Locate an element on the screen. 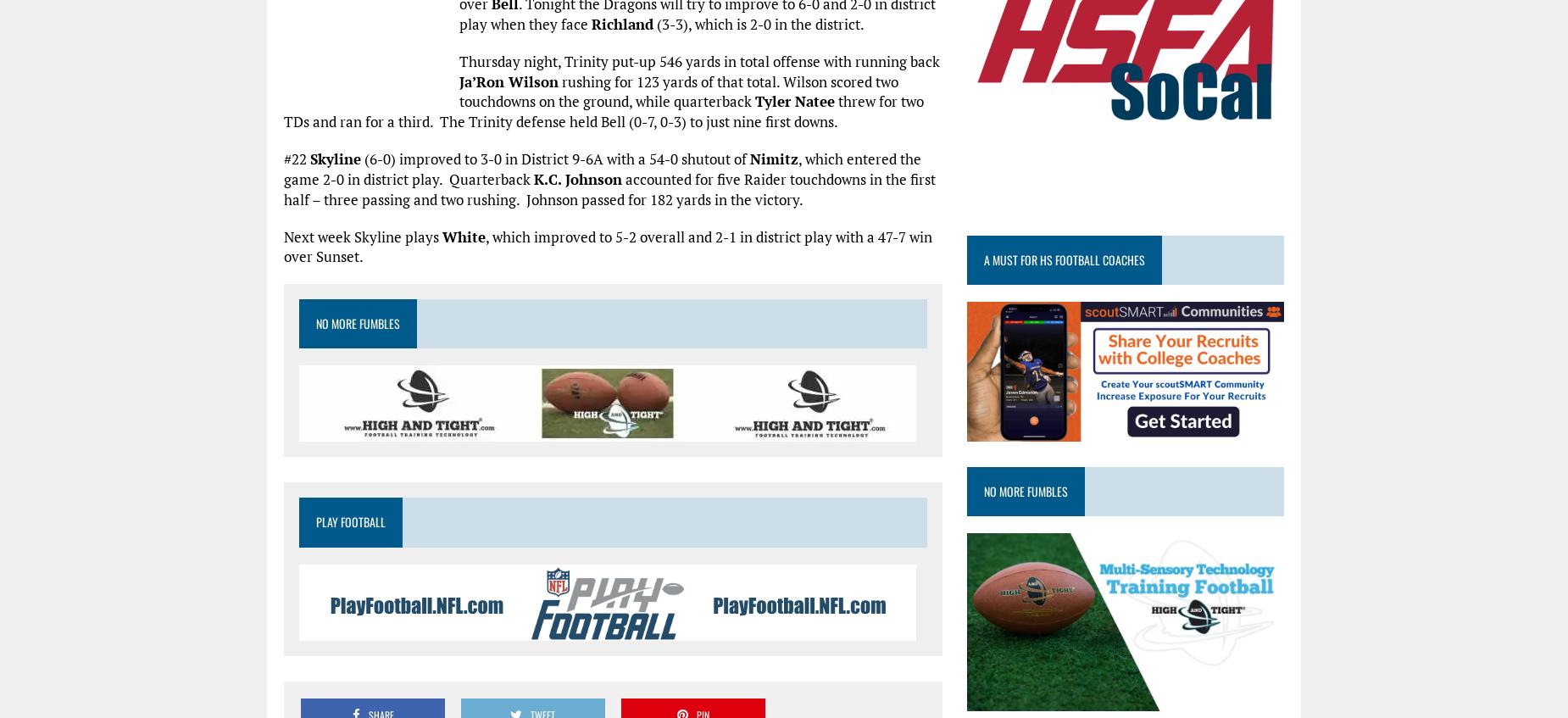  'Play Football' is located at coordinates (350, 520).